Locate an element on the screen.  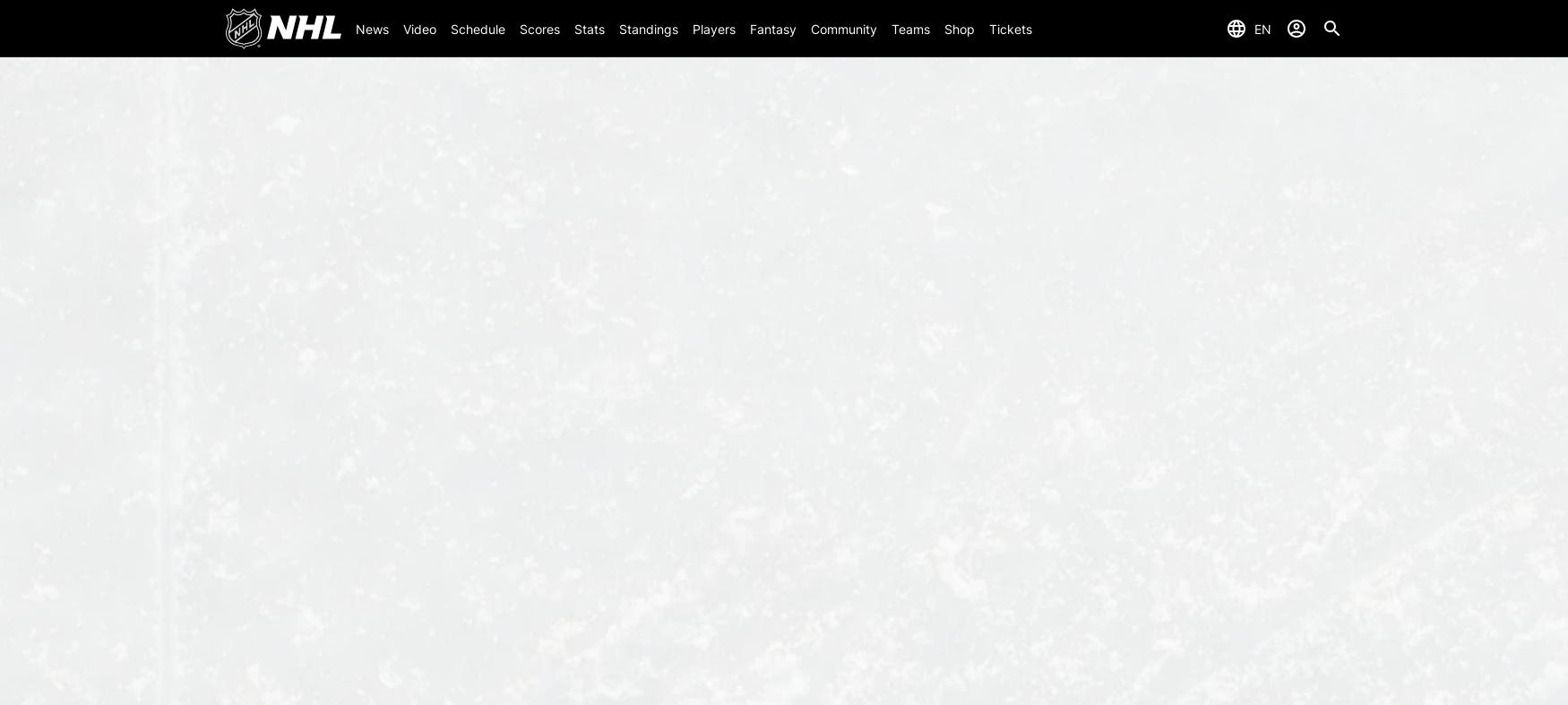
'Schedule' is located at coordinates (449, 27).